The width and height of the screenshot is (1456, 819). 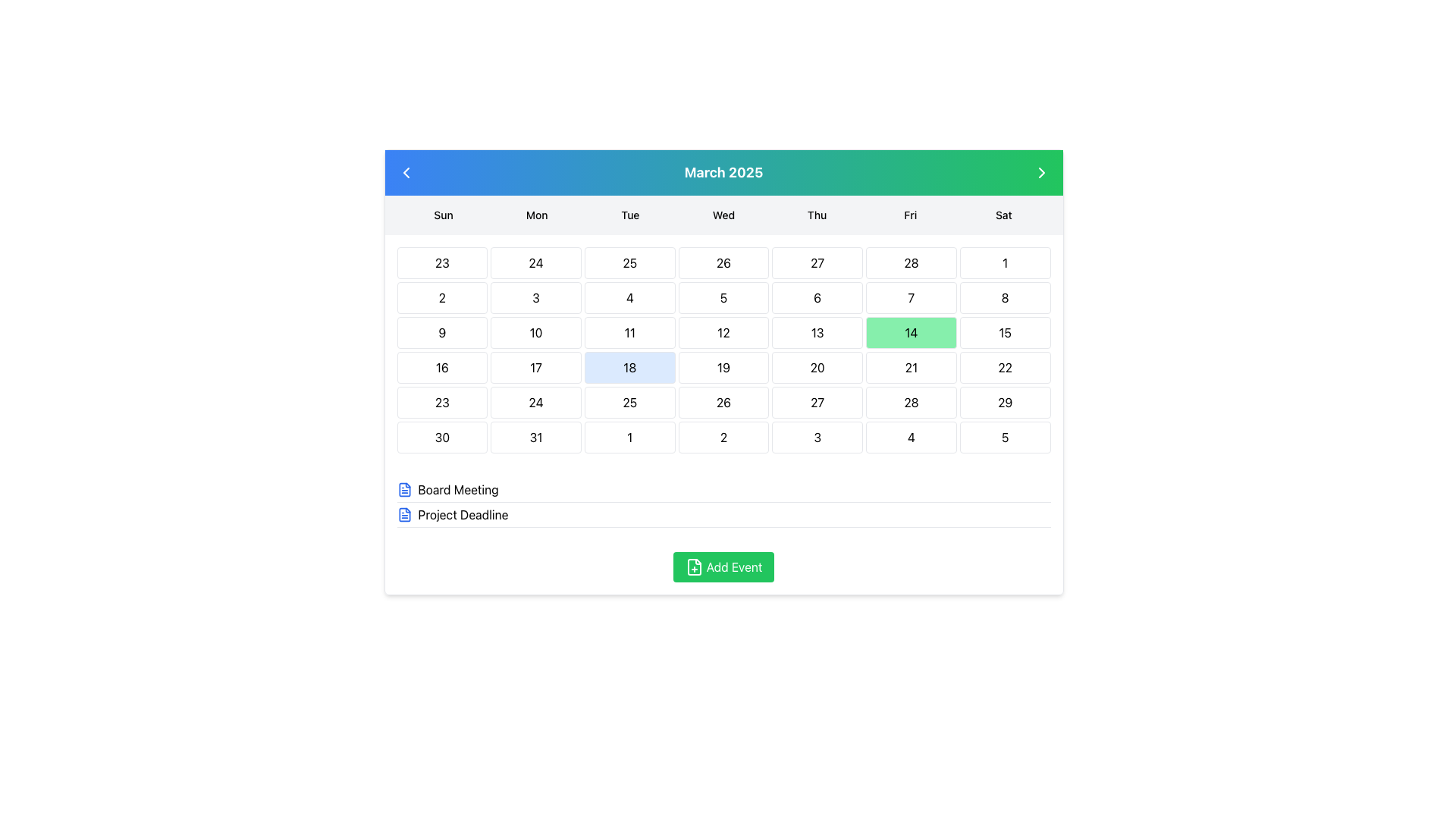 What do you see at coordinates (817, 262) in the screenshot?
I see `the button labeled '27' in the first row and fourth column of the calendar interface` at bounding box center [817, 262].